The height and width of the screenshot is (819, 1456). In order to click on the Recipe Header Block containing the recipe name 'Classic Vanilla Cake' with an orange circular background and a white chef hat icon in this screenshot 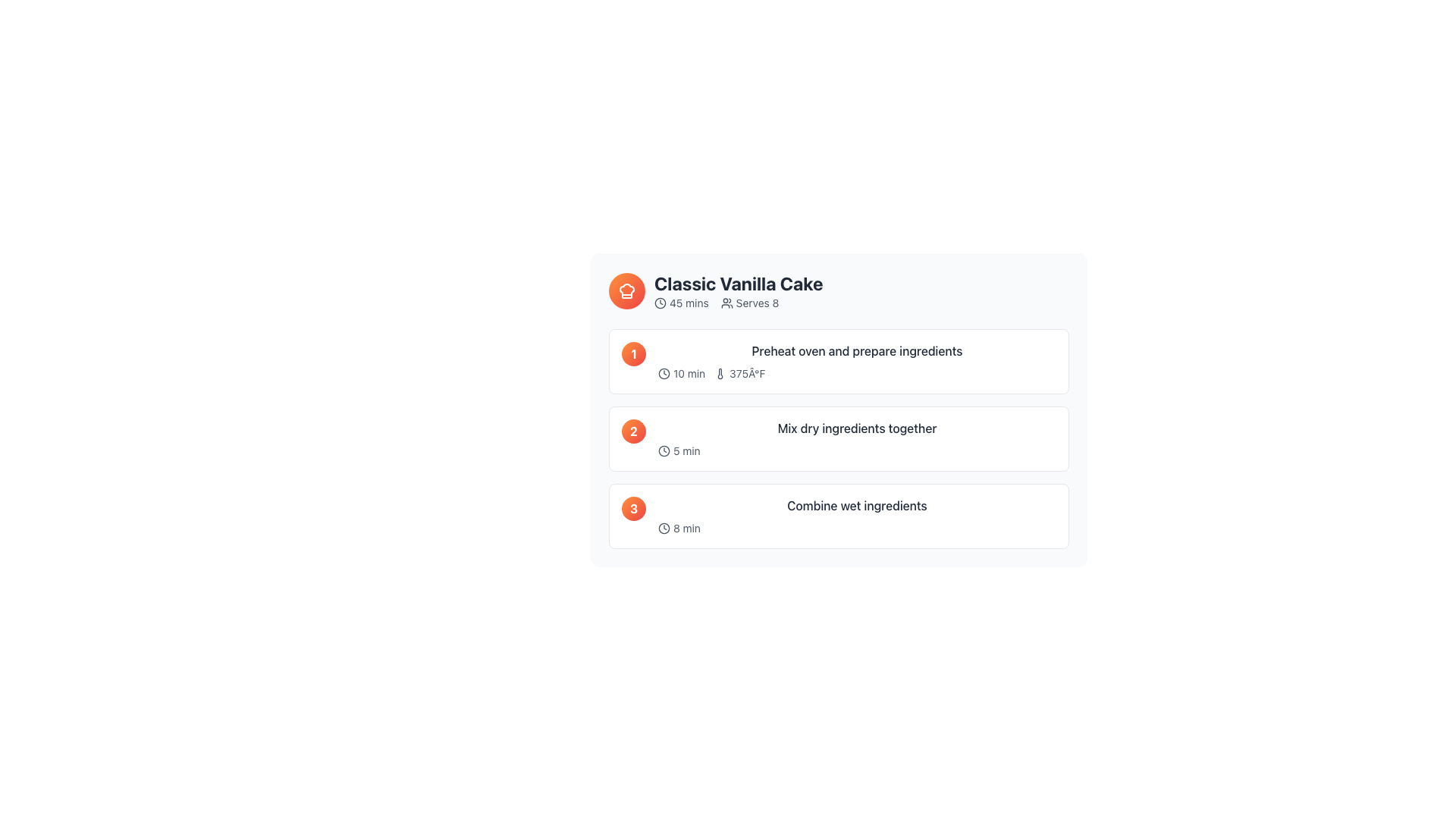, I will do `click(715, 291)`.